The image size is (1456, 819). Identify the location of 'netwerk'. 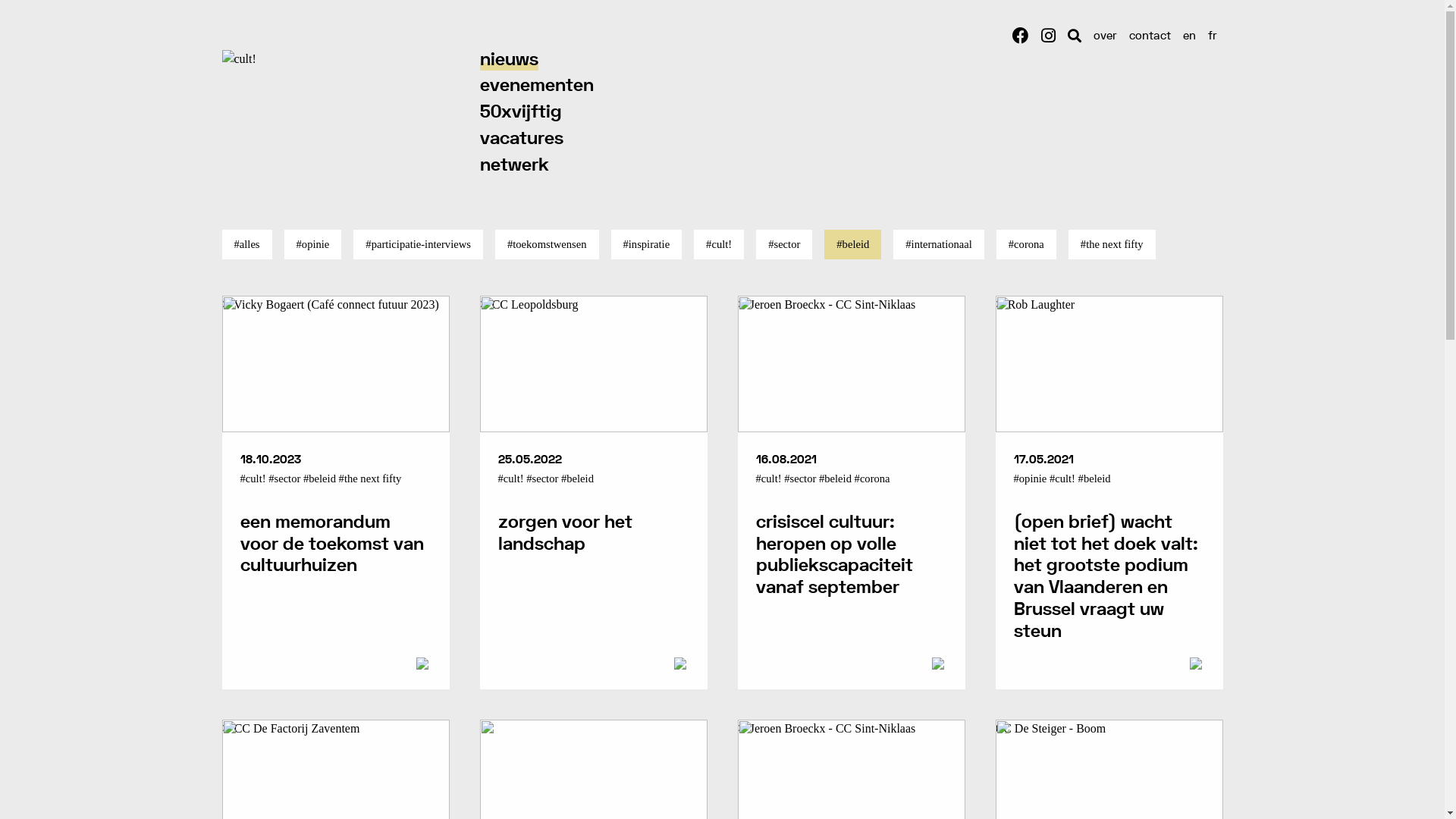
(513, 165).